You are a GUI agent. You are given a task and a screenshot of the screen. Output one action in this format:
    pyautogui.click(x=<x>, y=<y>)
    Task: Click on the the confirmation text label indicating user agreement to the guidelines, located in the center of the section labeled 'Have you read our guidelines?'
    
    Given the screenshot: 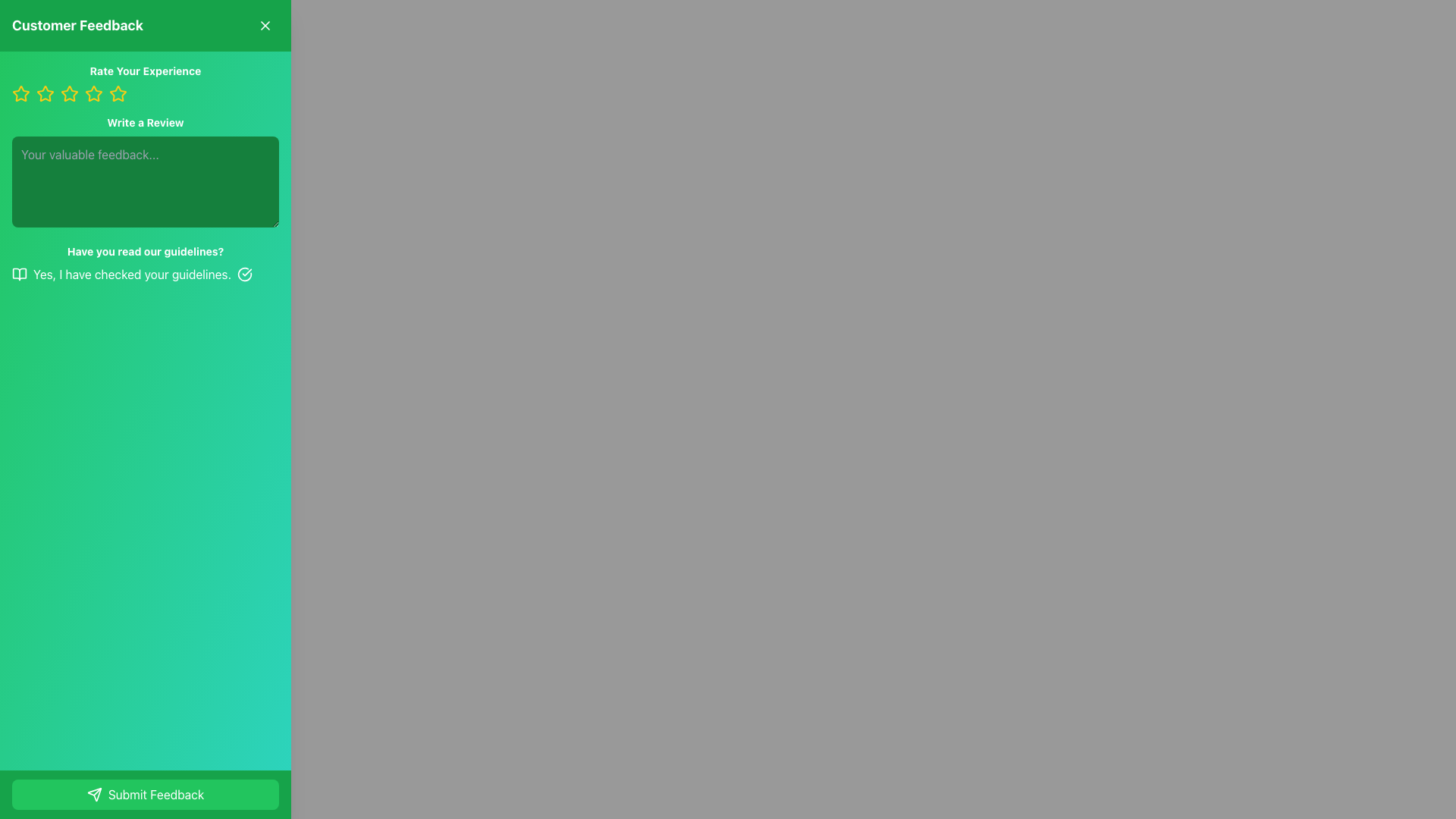 What is the action you would take?
    pyautogui.click(x=132, y=275)
    